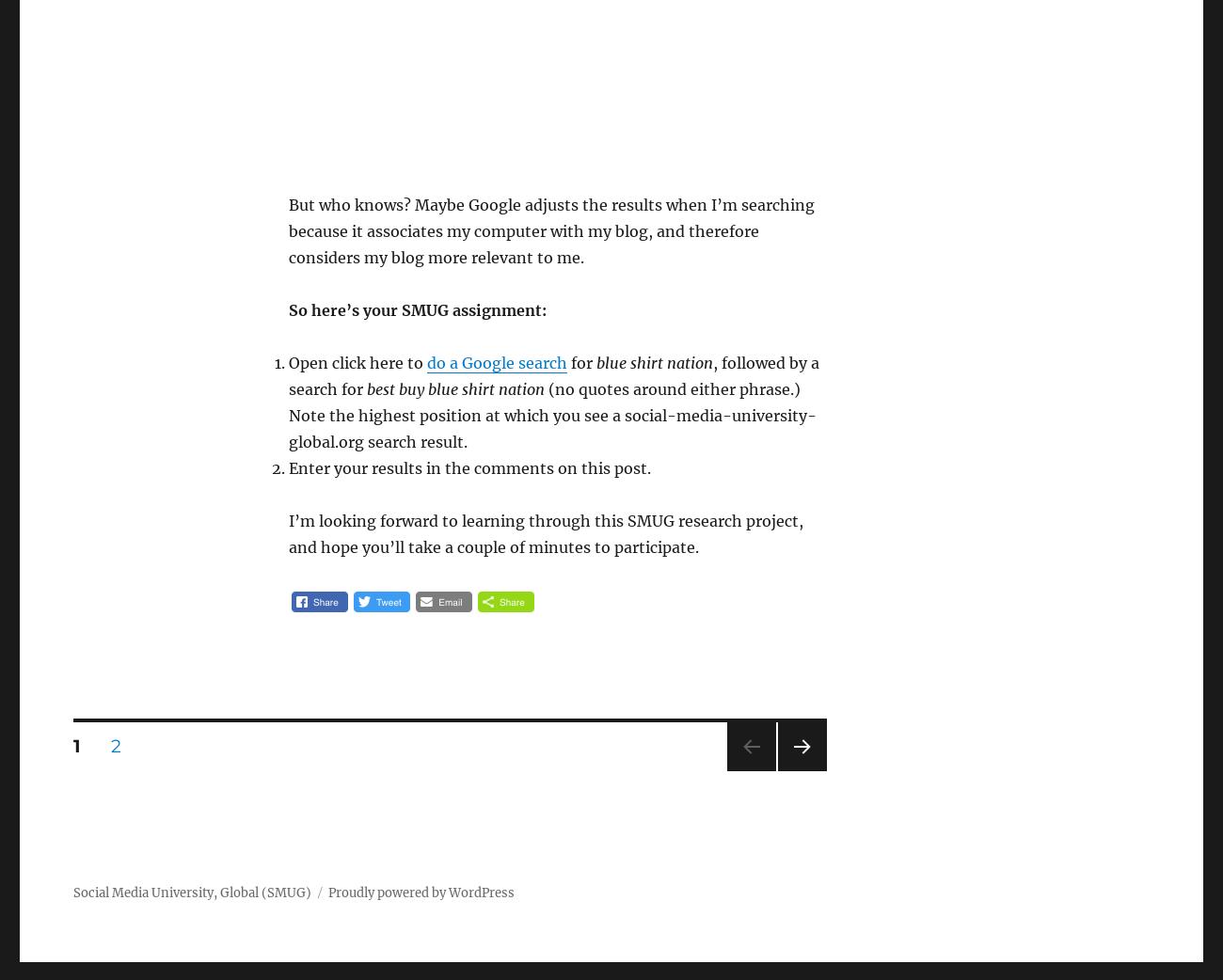 The image size is (1223, 980). I want to click on 'So here’s your SMUG assignment:', so click(416, 310).